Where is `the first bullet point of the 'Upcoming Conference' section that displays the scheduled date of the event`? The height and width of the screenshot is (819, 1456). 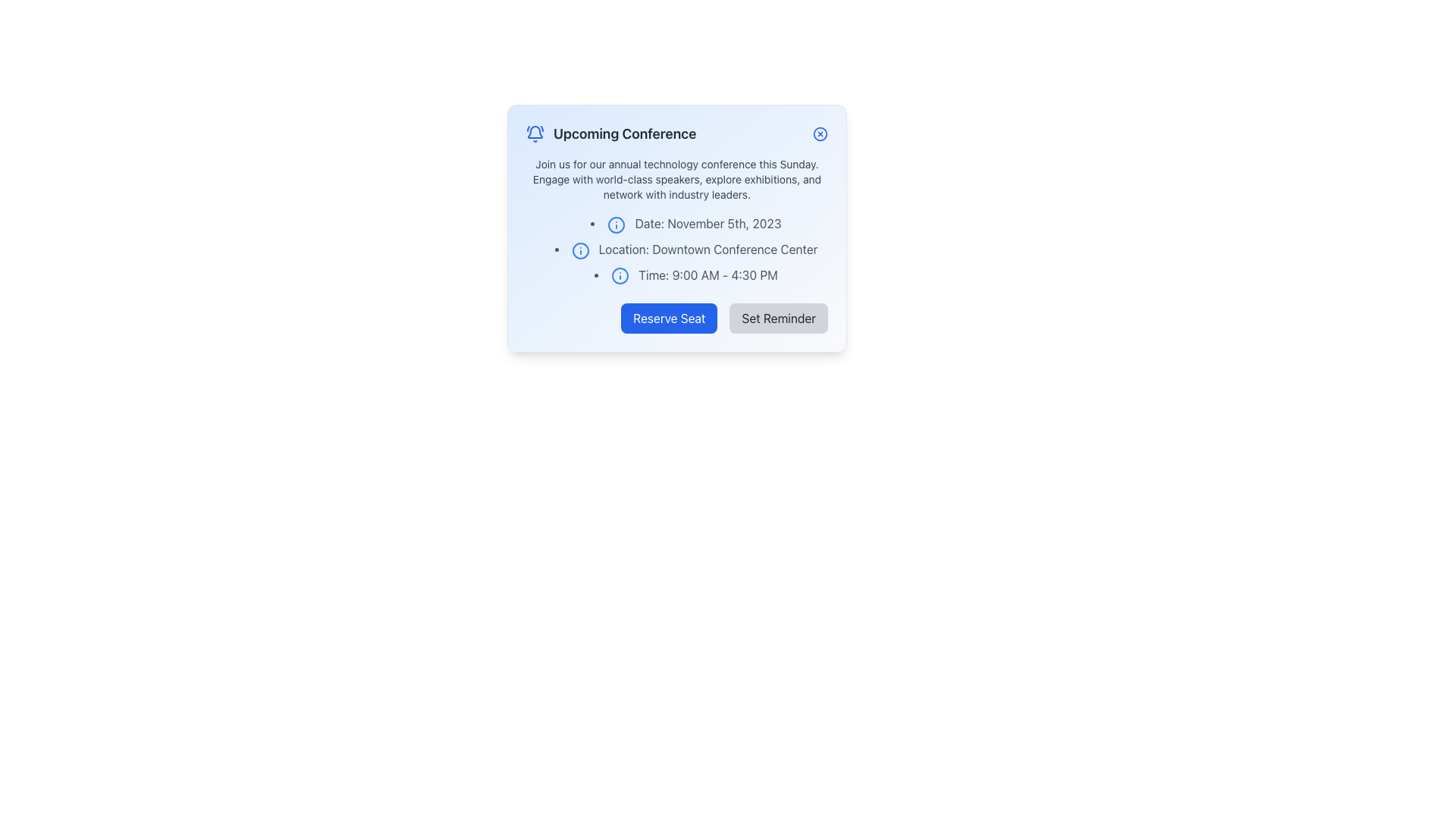 the first bullet point of the 'Upcoming Conference' section that displays the scheduled date of the event is located at coordinates (686, 223).